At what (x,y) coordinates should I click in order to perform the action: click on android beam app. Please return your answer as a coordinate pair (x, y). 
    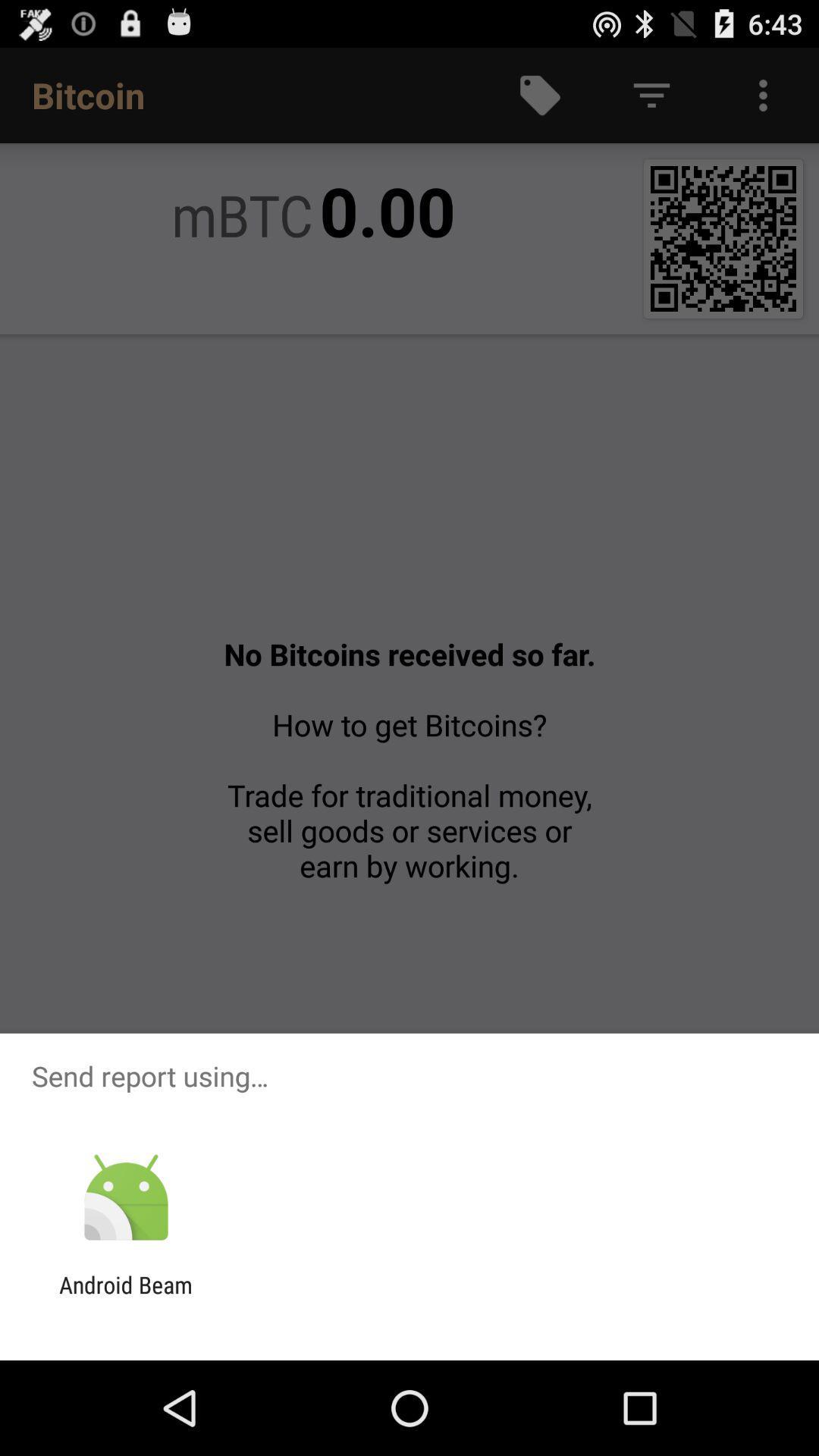
    Looking at the image, I should click on (125, 1298).